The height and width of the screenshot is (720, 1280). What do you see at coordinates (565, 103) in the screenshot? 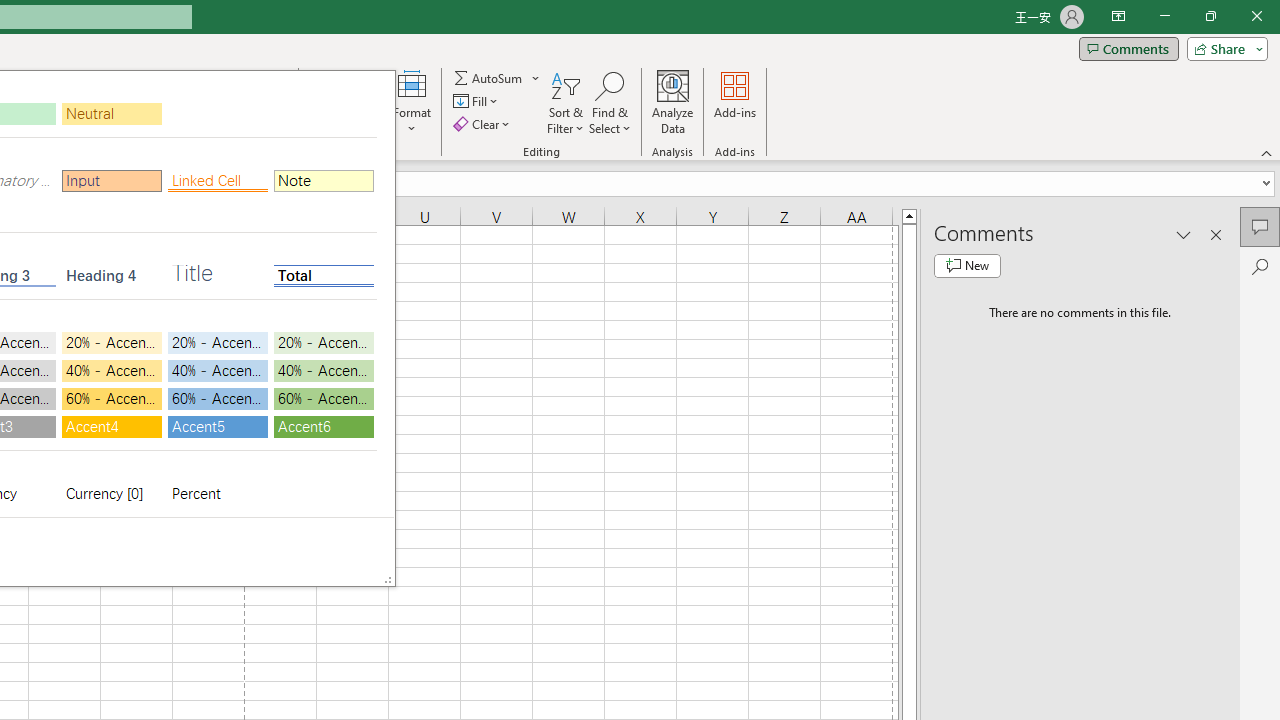
I see `'Sort & Filter'` at bounding box center [565, 103].